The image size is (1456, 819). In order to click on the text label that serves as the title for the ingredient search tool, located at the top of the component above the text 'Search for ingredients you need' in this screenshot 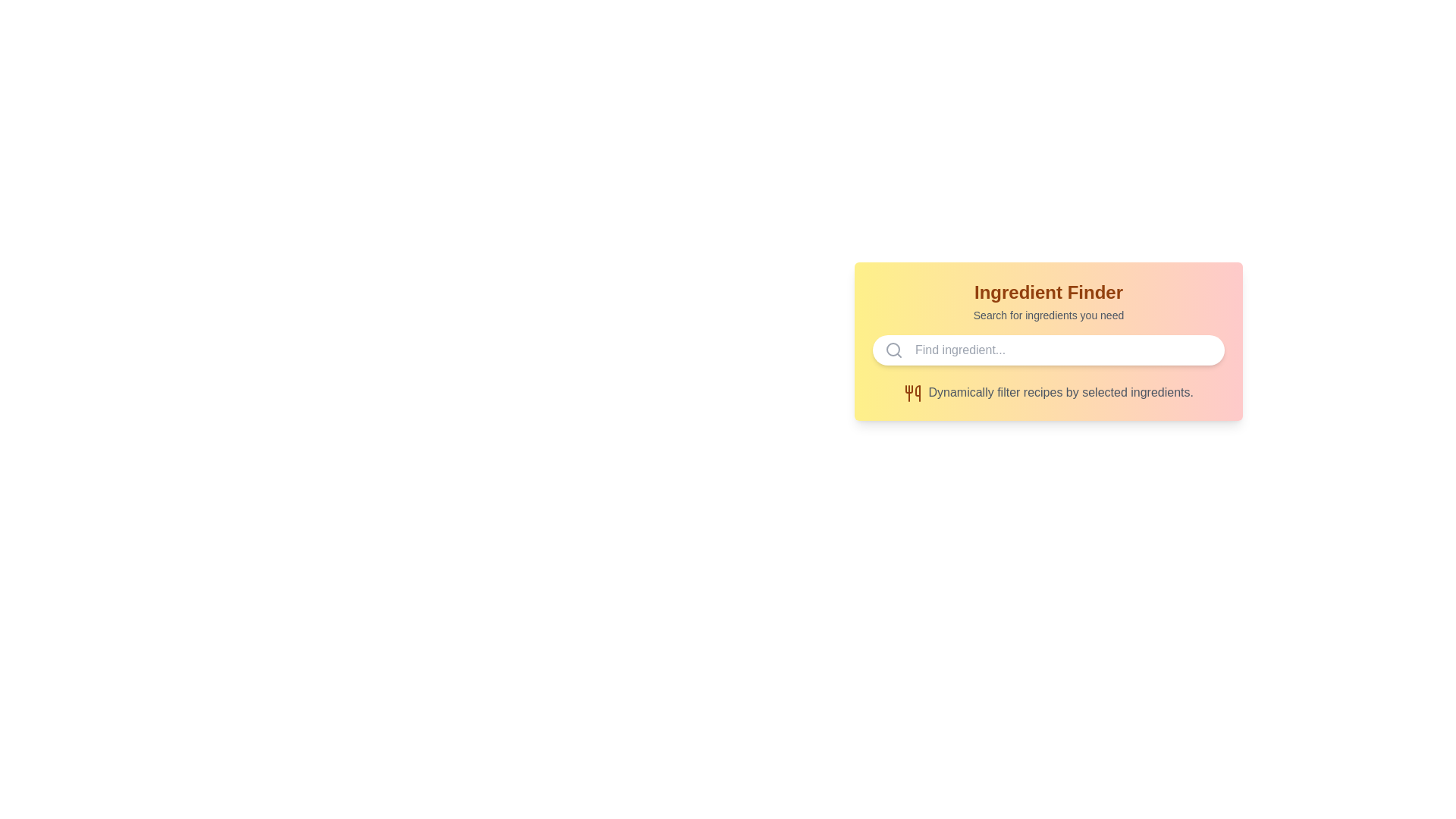, I will do `click(1047, 292)`.